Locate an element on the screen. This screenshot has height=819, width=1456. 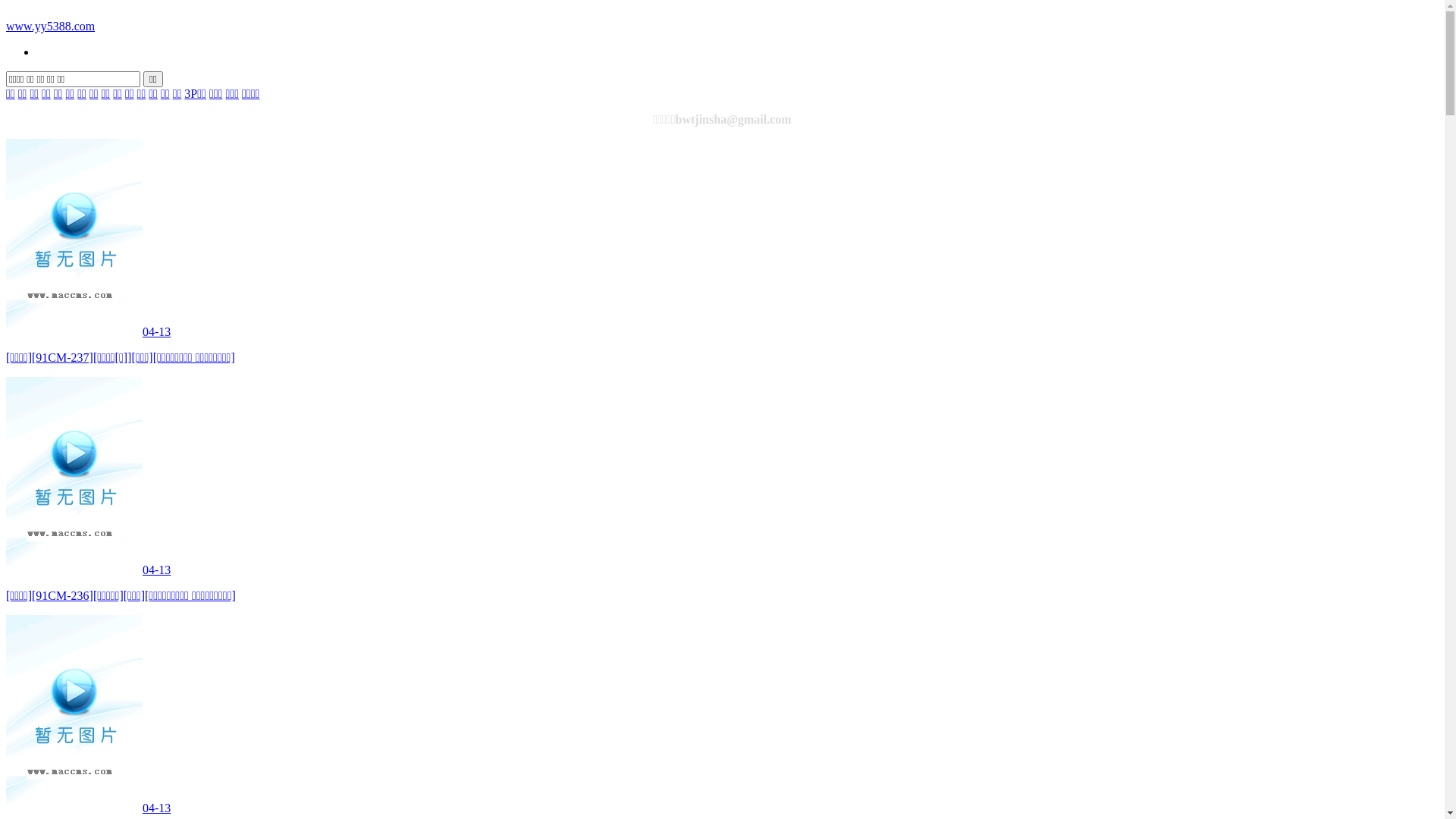
'04-13' is located at coordinates (87, 331).